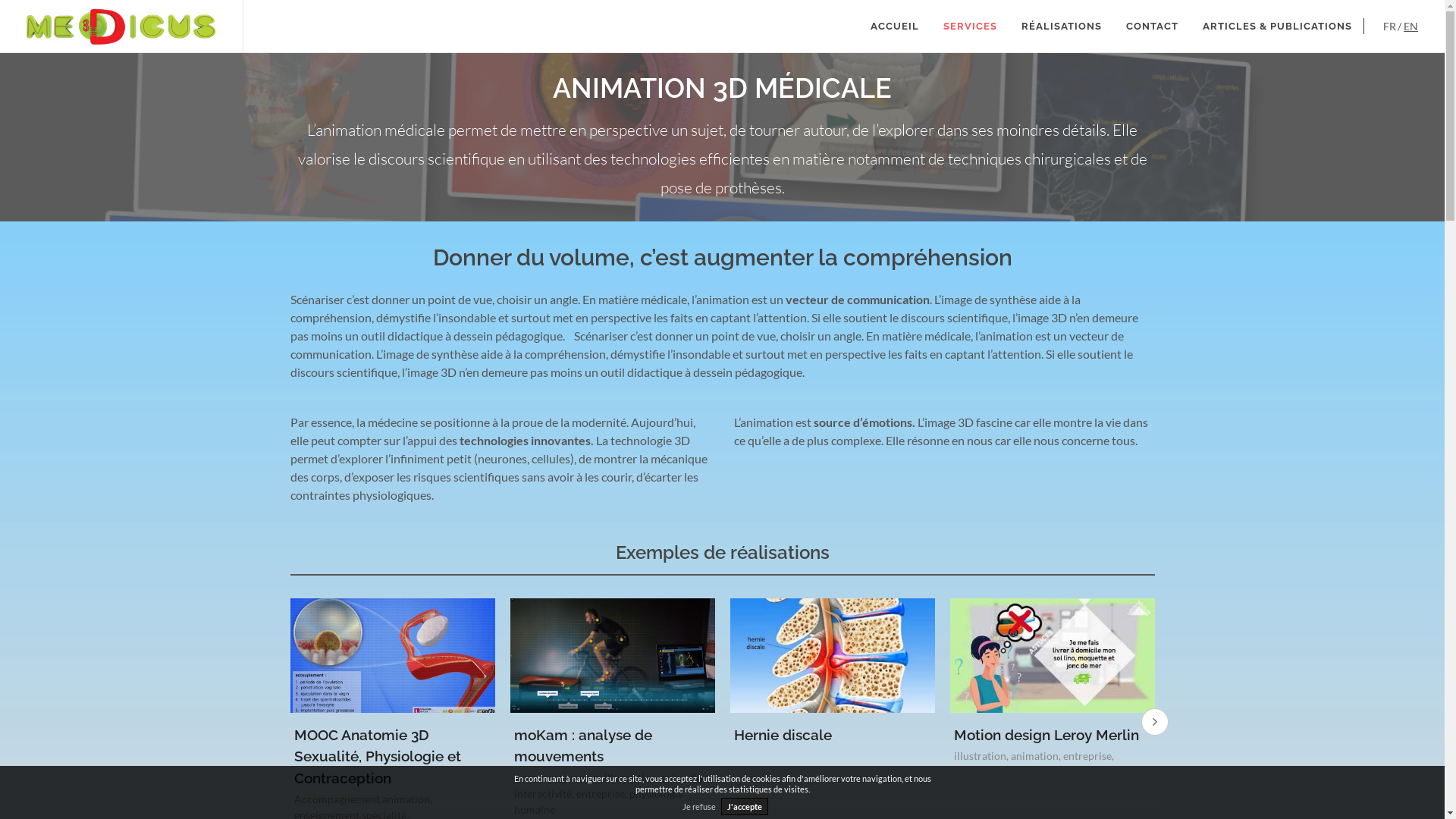 The width and height of the screenshot is (1456, 819). What do you see at coordinates (603, 777) in the screenshot?
I see `'illustration'` at bounding box center [603, 777].